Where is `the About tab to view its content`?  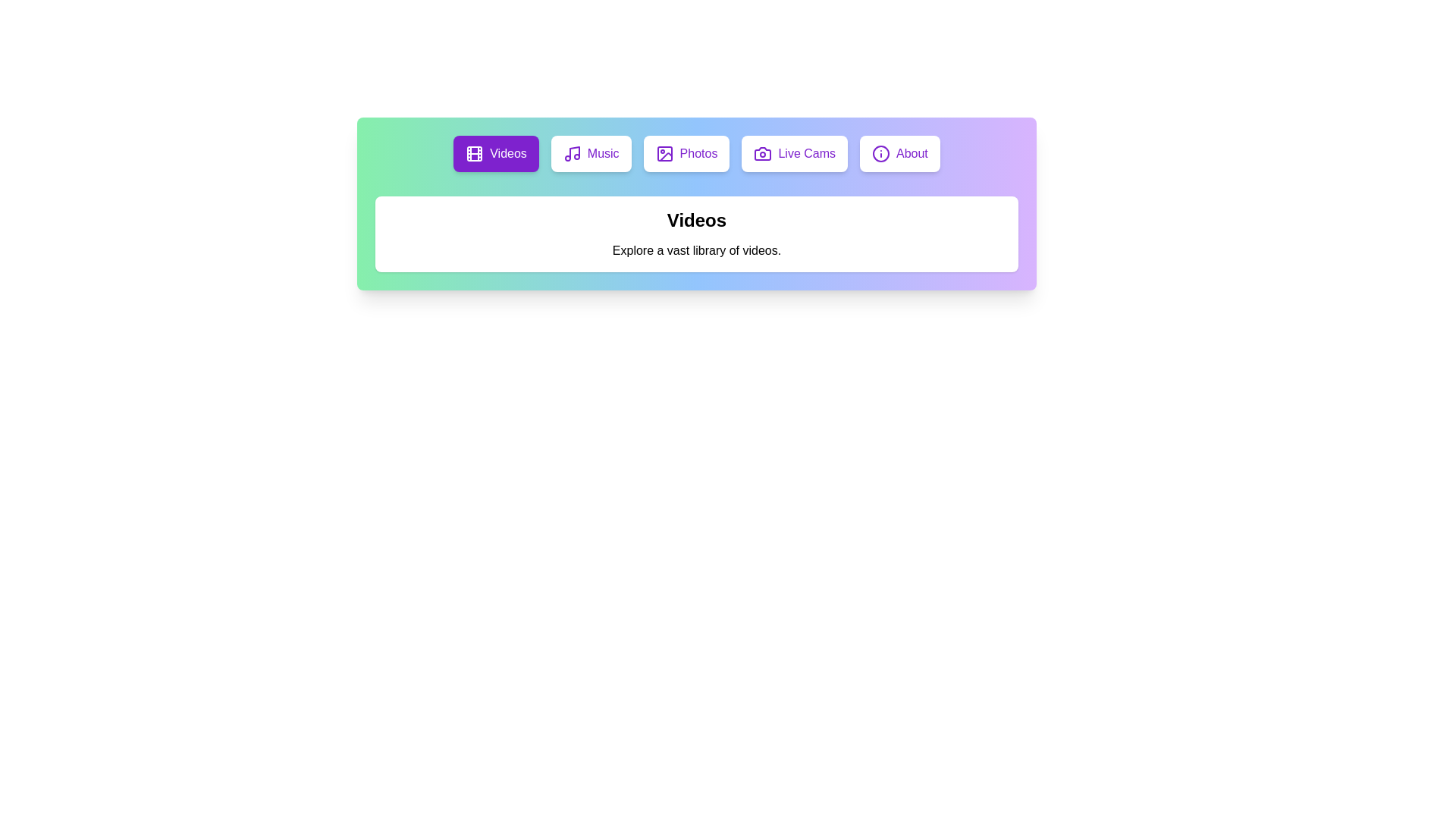 the About tab to view its content is located at coordinates (899, 154).